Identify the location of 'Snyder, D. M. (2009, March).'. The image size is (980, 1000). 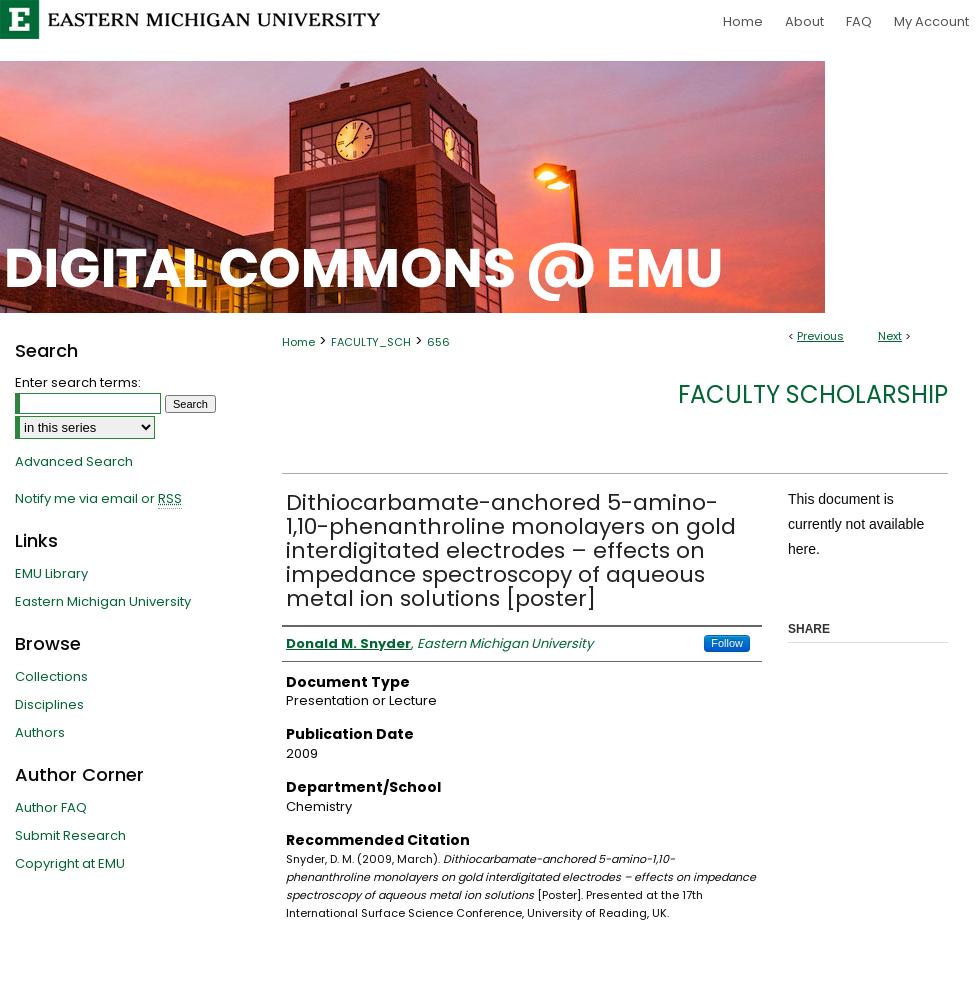
(285, 858).